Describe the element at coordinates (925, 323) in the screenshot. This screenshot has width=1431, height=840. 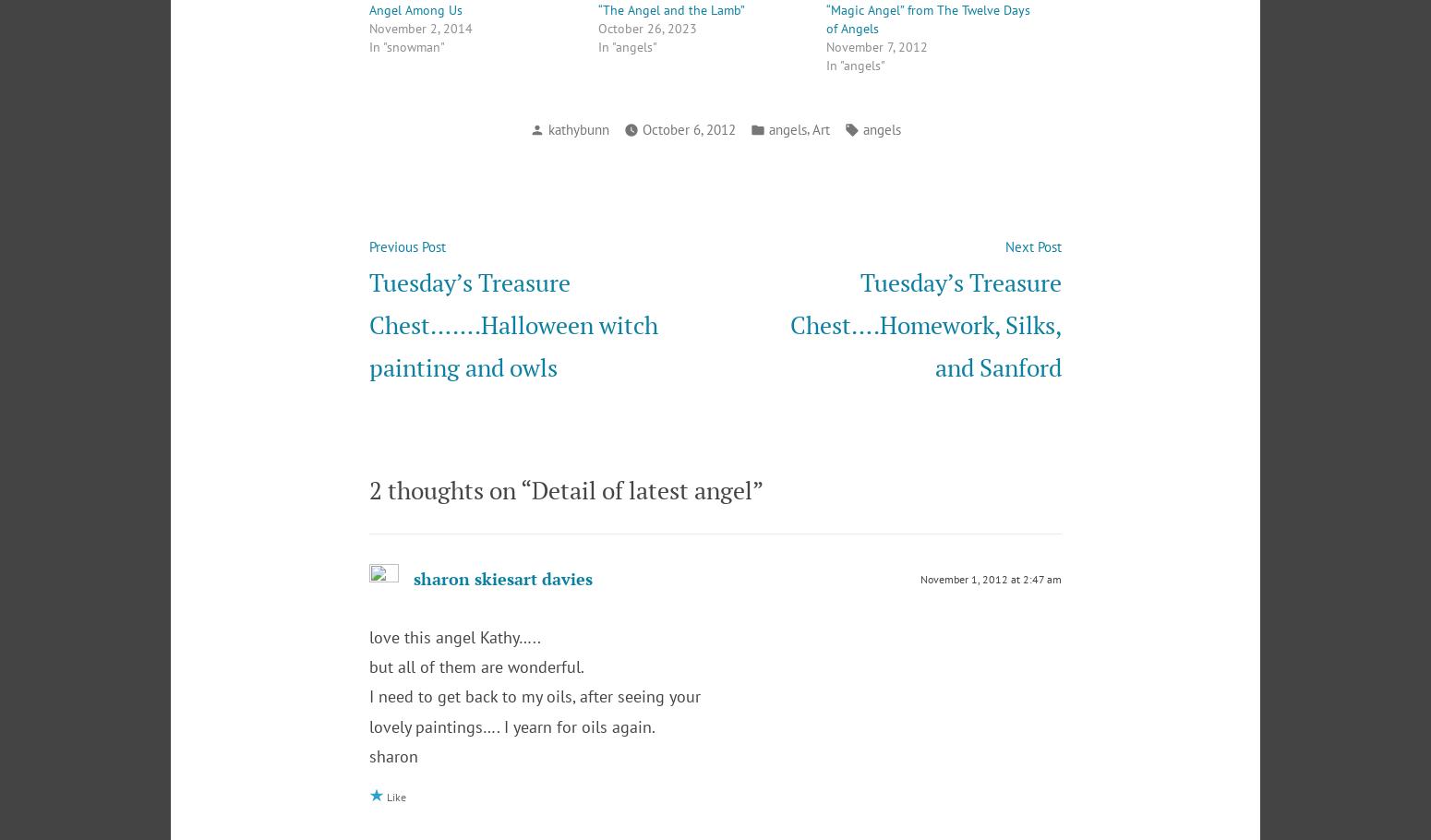
I see `'Tuesday’s Treasure Chest….Homework, Silks, and Sanford'` at that location.